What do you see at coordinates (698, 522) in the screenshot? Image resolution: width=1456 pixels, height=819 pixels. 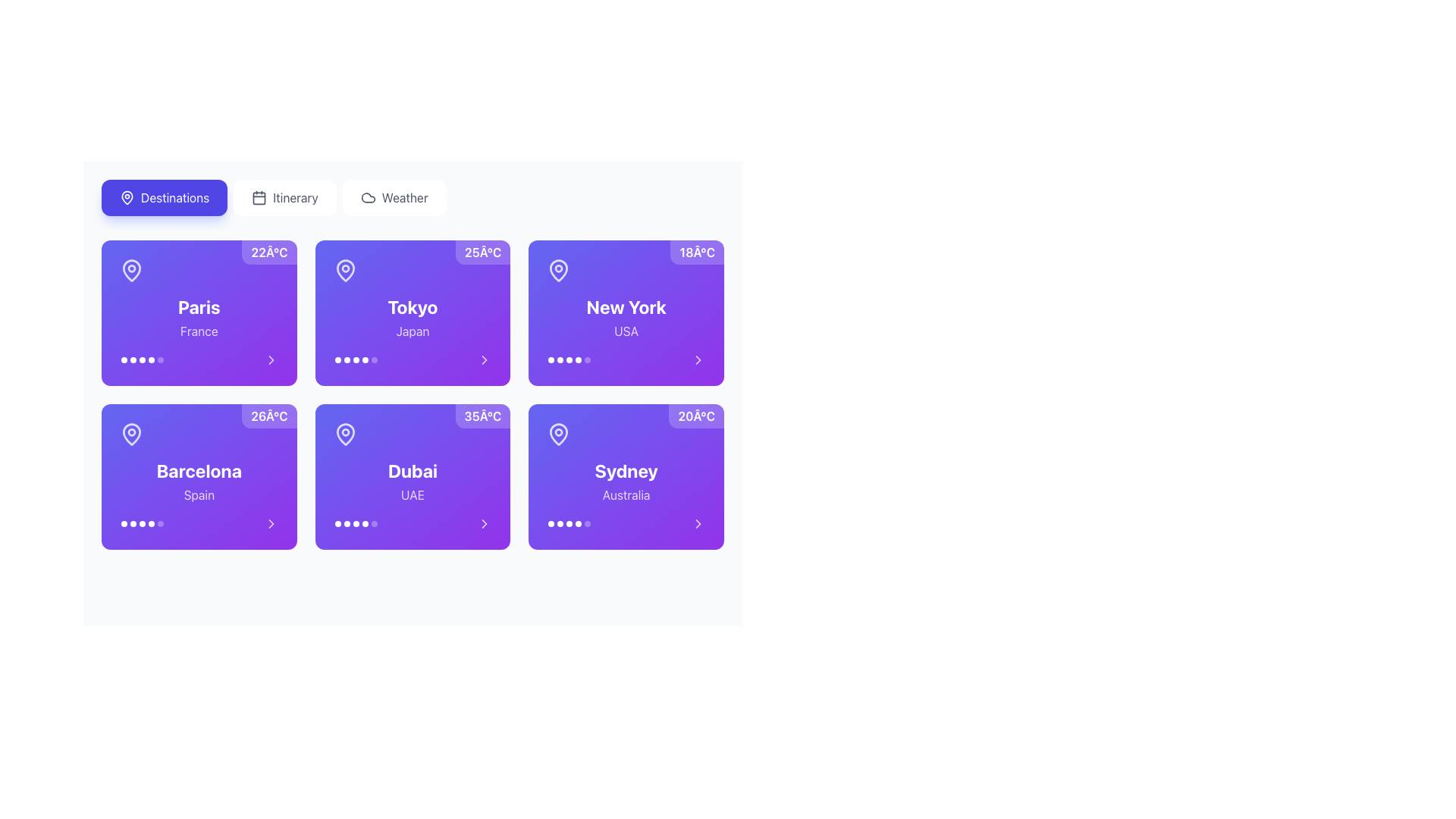 I see `the right-pointing chevron SVG icon located in the bottom right corner of the 'Sydney' card to proceed to the next section or details` at bounding box center [698, 522].